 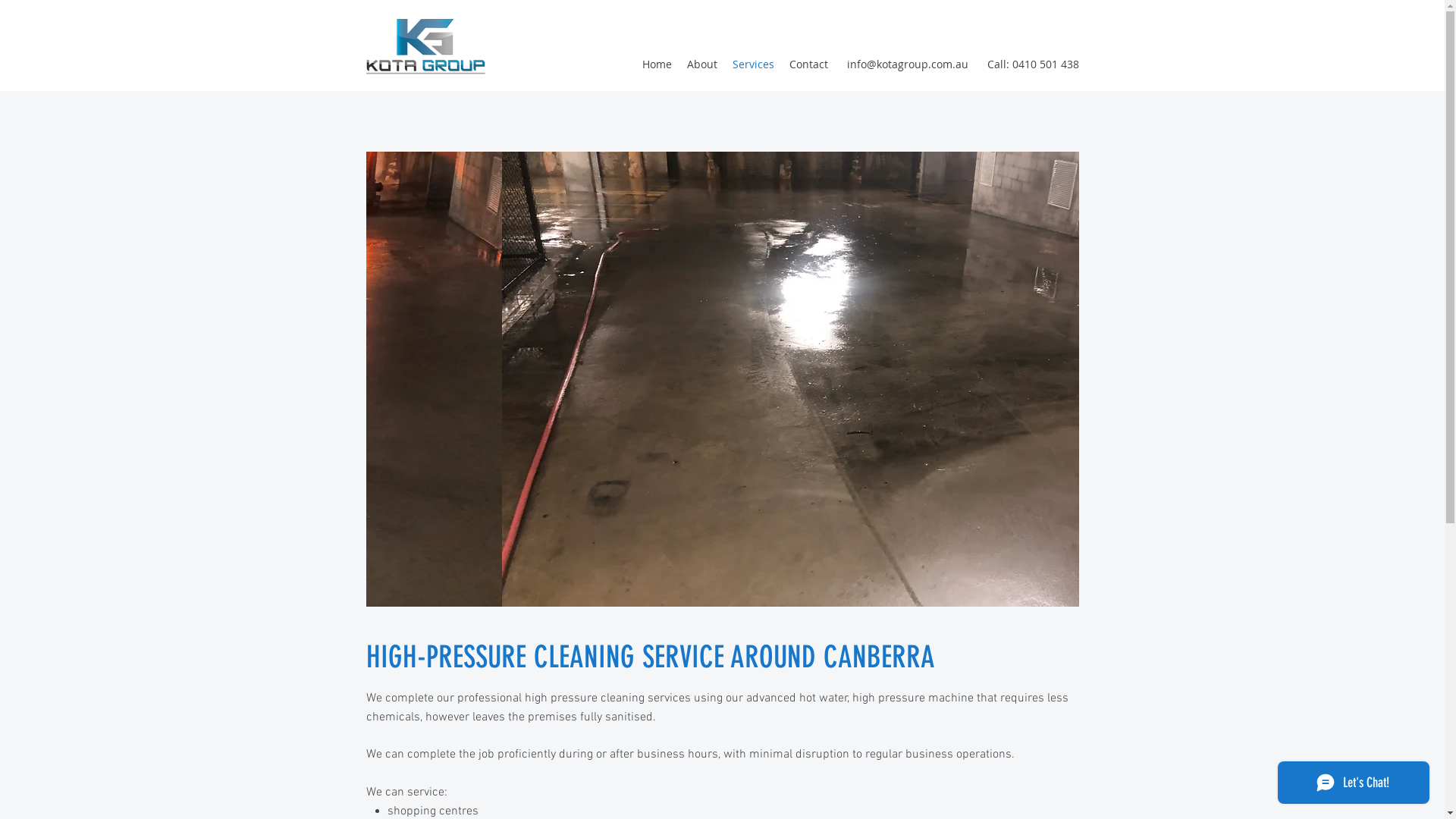 I want to click on 'Contact', so click(x=807, y=63).